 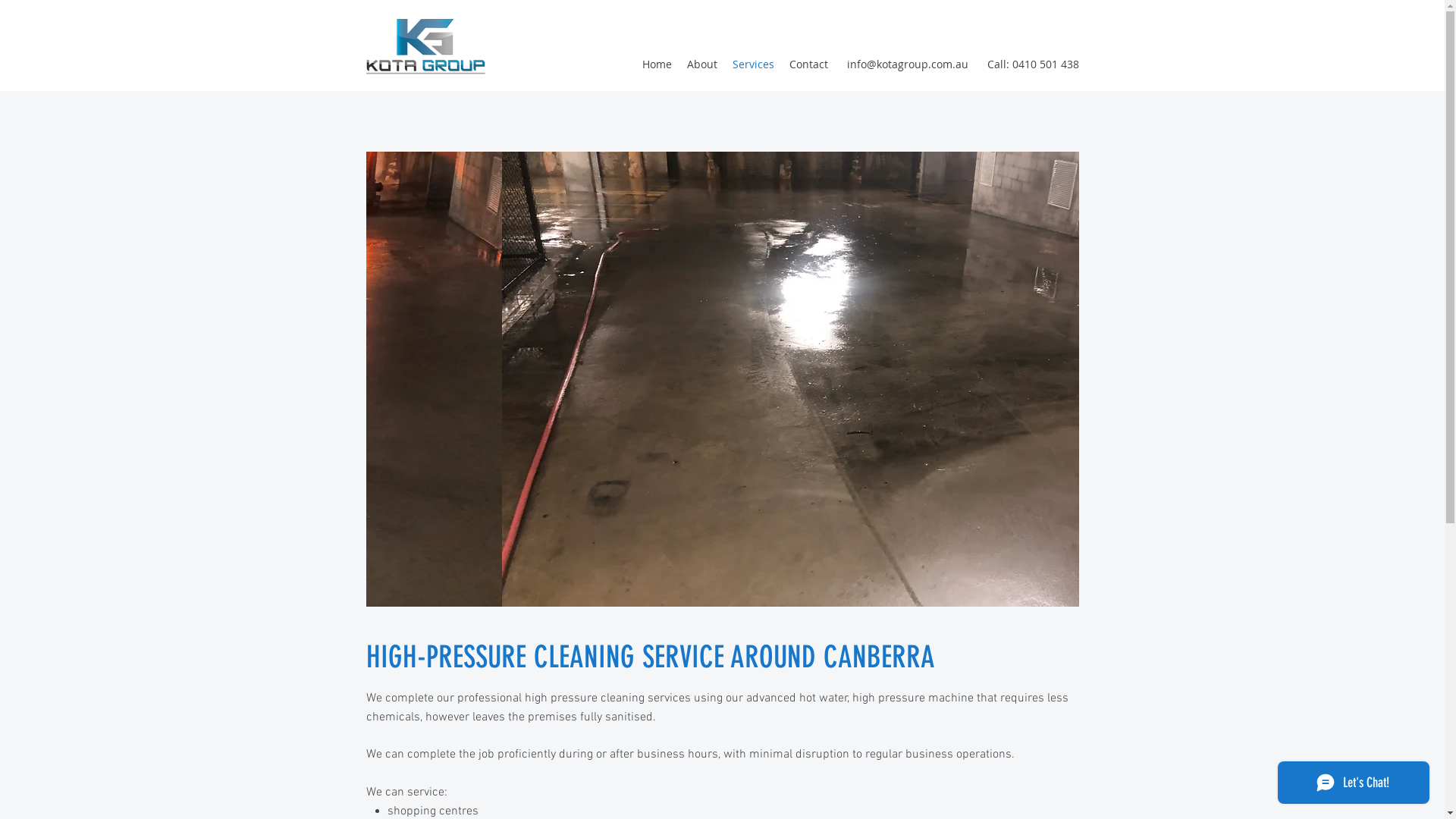 I want to click on 'Contact', so click(x=807, y=63).